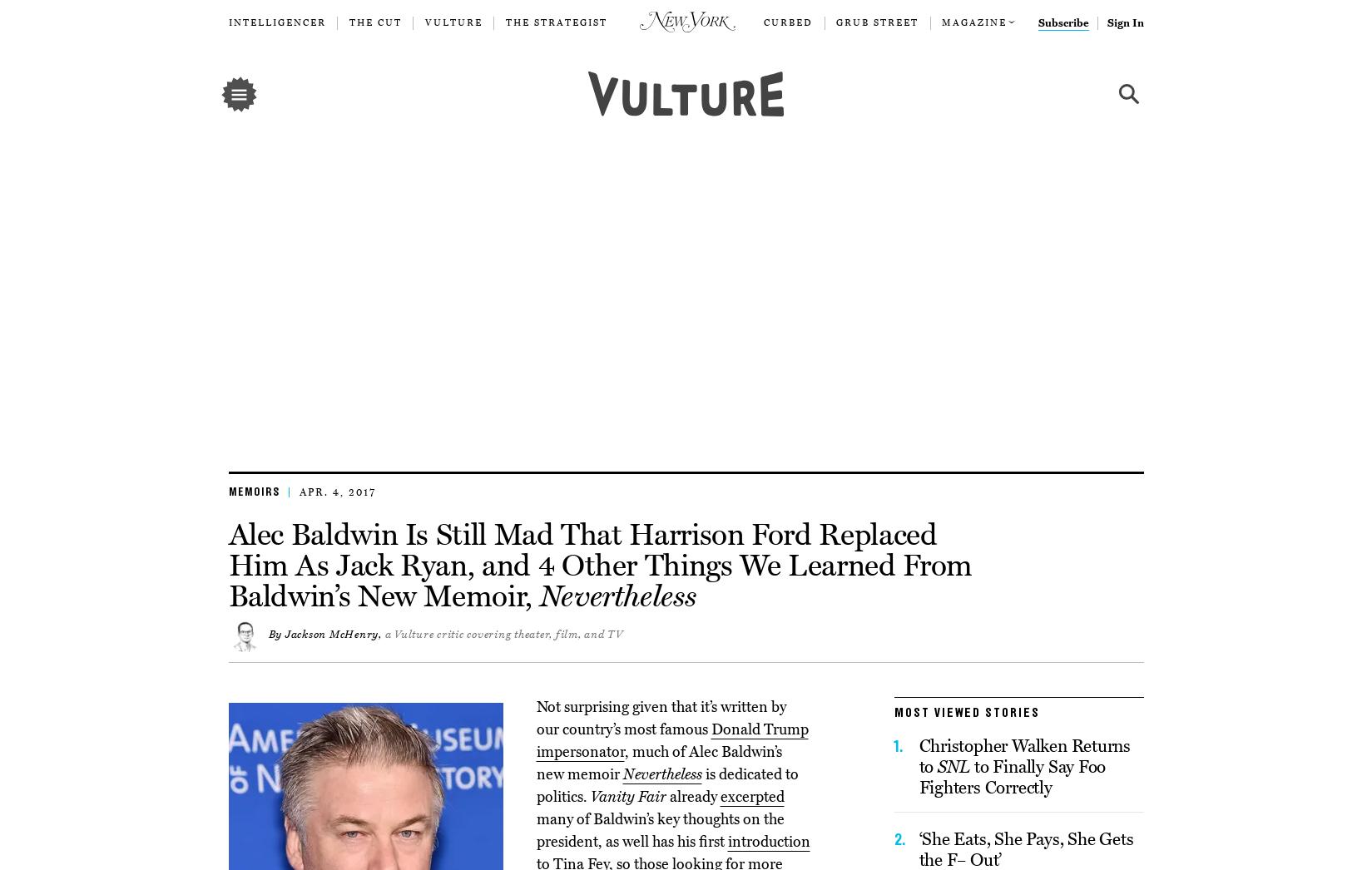 This screenshot has height=870, width=1372. I want to click on 'Vanity Fair', so click(627, 794).